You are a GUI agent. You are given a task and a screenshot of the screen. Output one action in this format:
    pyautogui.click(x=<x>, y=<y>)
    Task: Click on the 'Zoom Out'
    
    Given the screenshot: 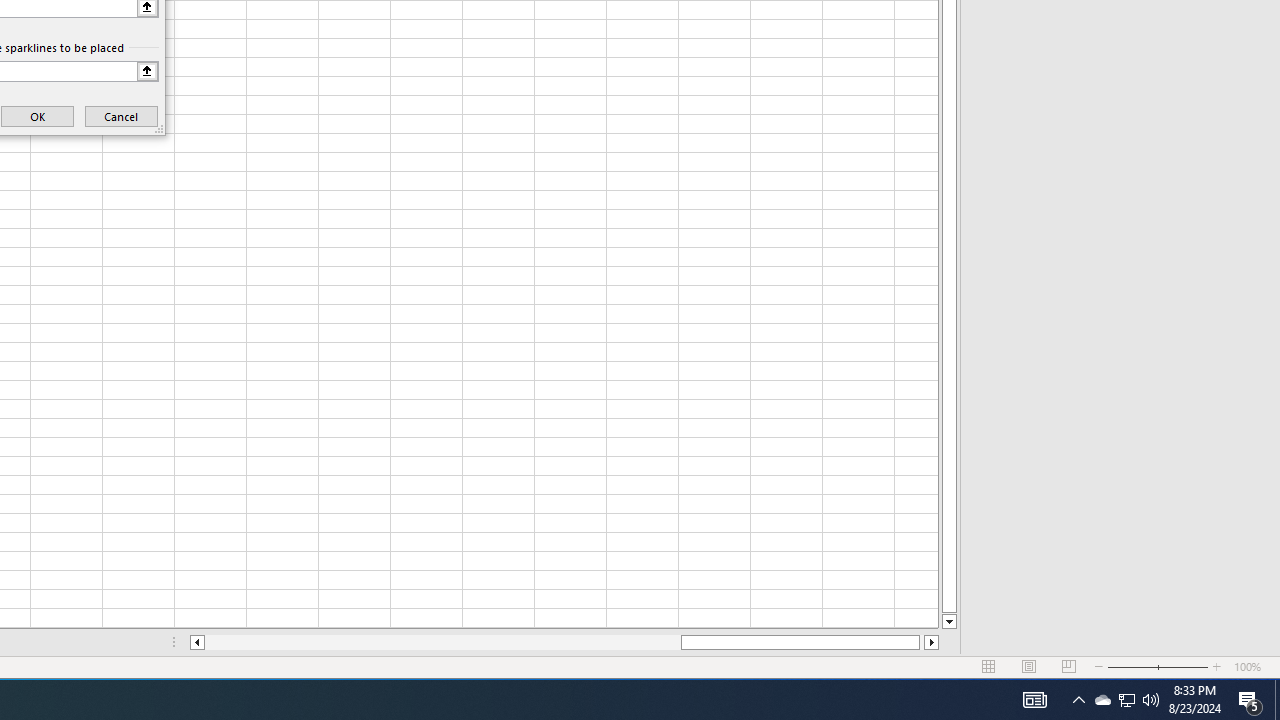 What is the action you would take?
    pyautogui.click(x=1132, y=667)
    